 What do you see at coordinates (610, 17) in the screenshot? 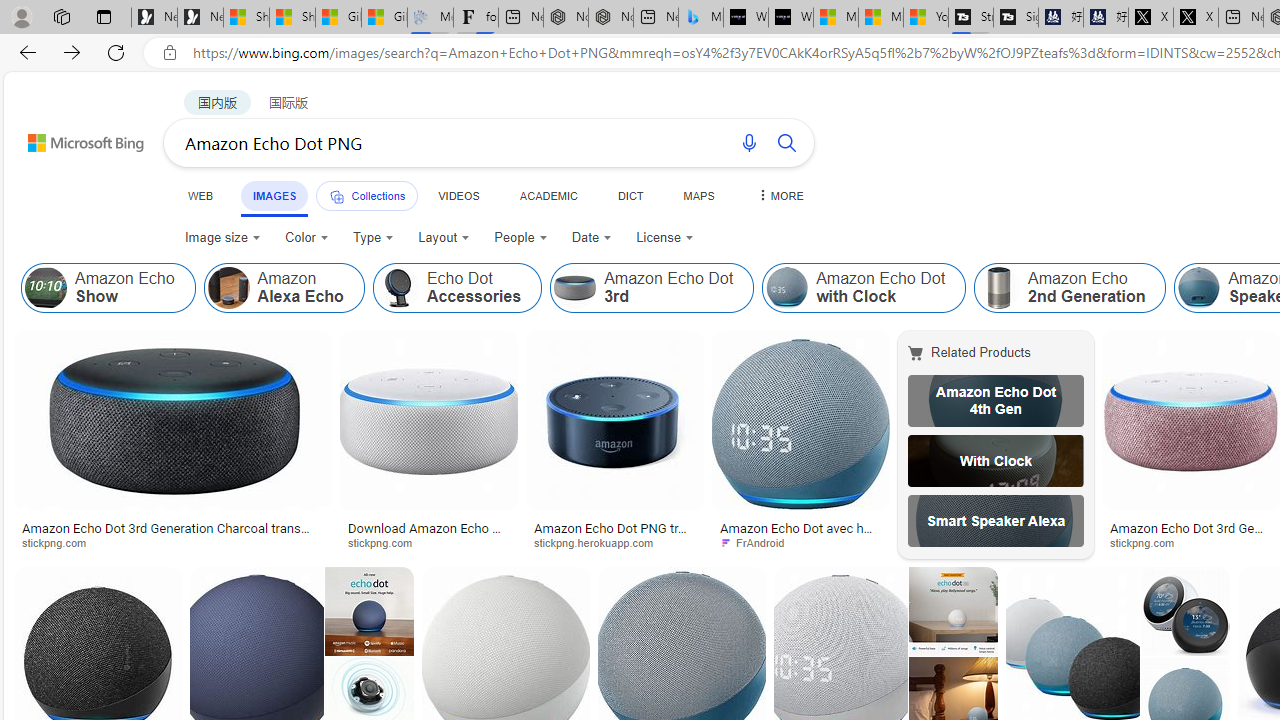
I see `'Nordace - #1 Japanese Best-Seller - Siena Smart Backpack'` at bounding box center [610, 17].